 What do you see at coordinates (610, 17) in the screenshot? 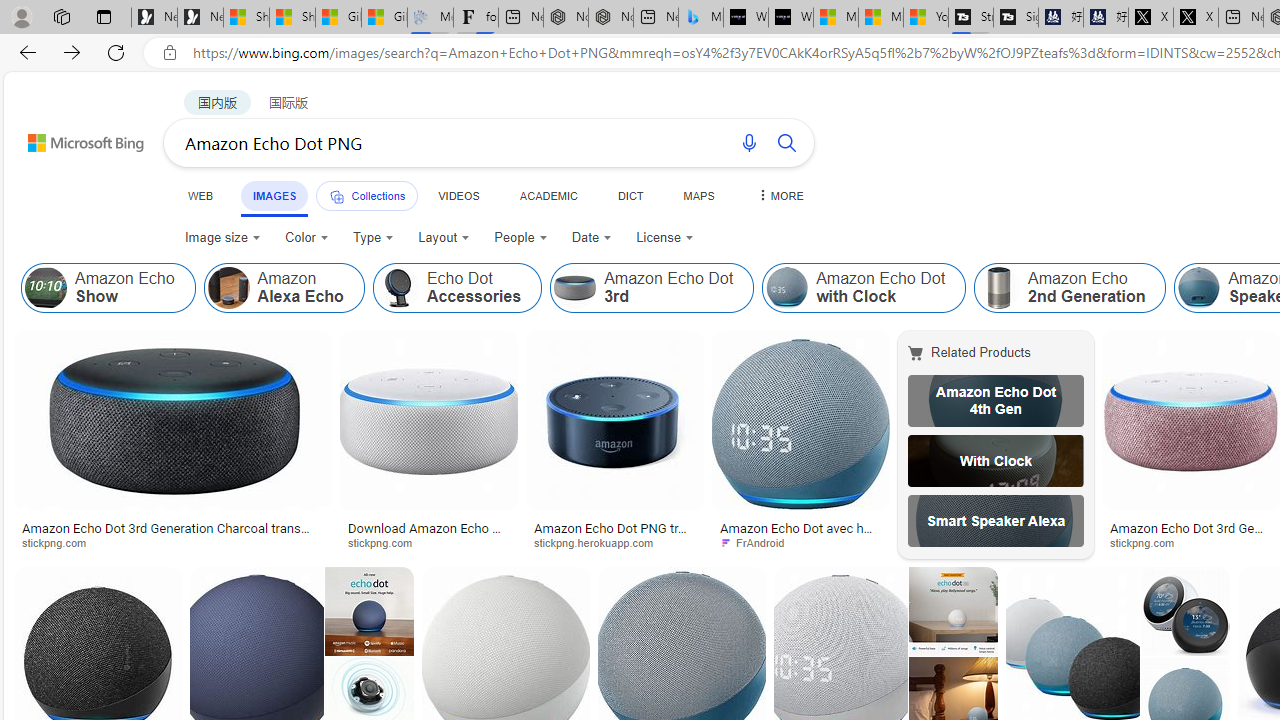
I see `'Nordace - #1 Japanese Best-Seller - Siena Smart Backpack'` at bounding box center [610, 17].